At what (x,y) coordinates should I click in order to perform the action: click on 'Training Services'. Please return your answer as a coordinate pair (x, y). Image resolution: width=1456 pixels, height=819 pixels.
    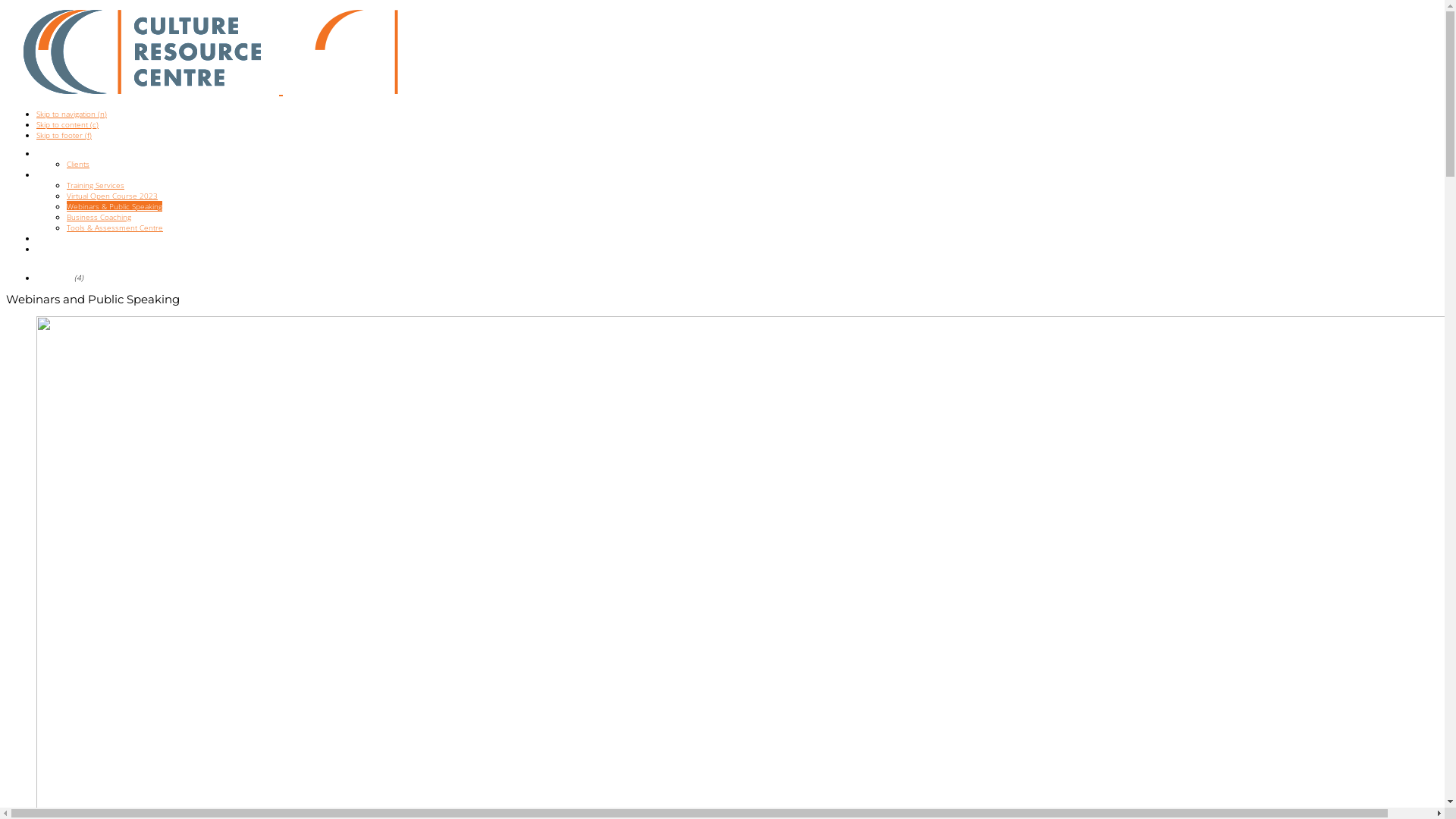
    Looking at the image, I should click on (65, 184).